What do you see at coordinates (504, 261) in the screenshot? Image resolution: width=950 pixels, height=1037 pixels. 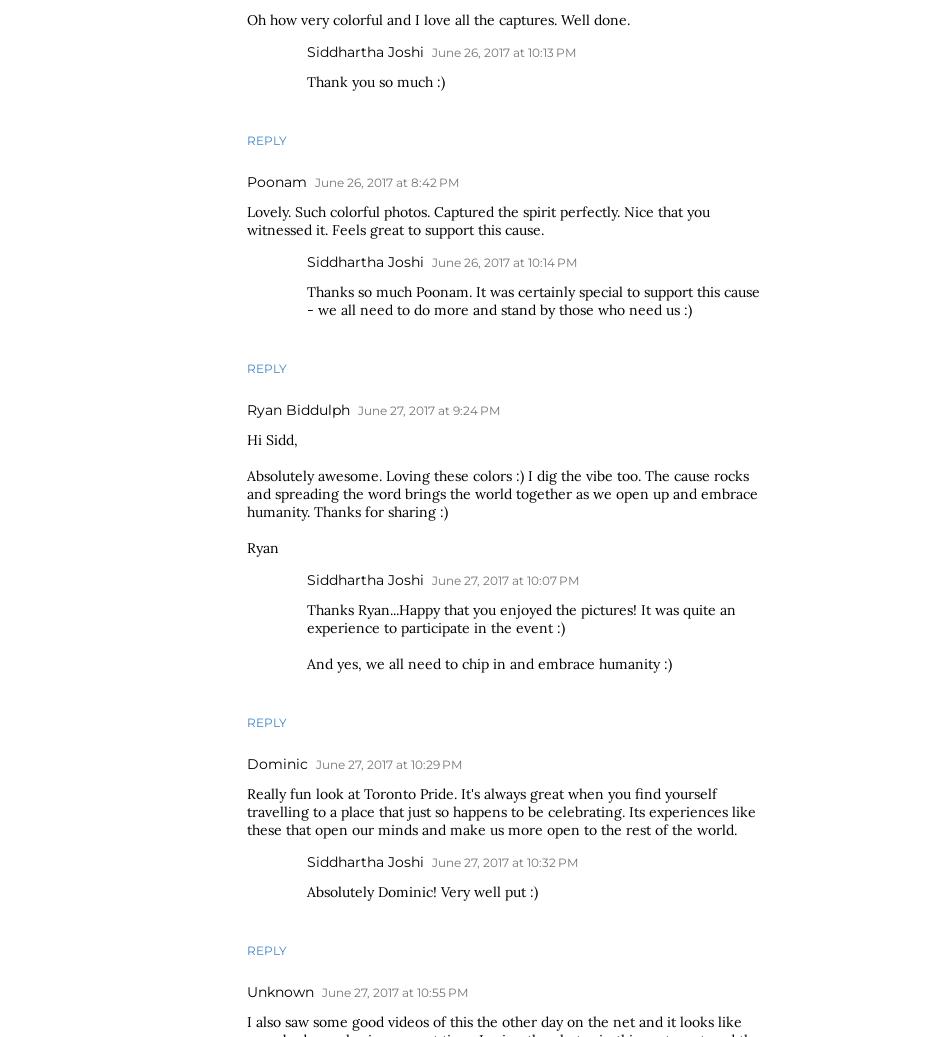 I see `'June 26, 2017 at 10:14 PM'` at bounding box center [504, 261].